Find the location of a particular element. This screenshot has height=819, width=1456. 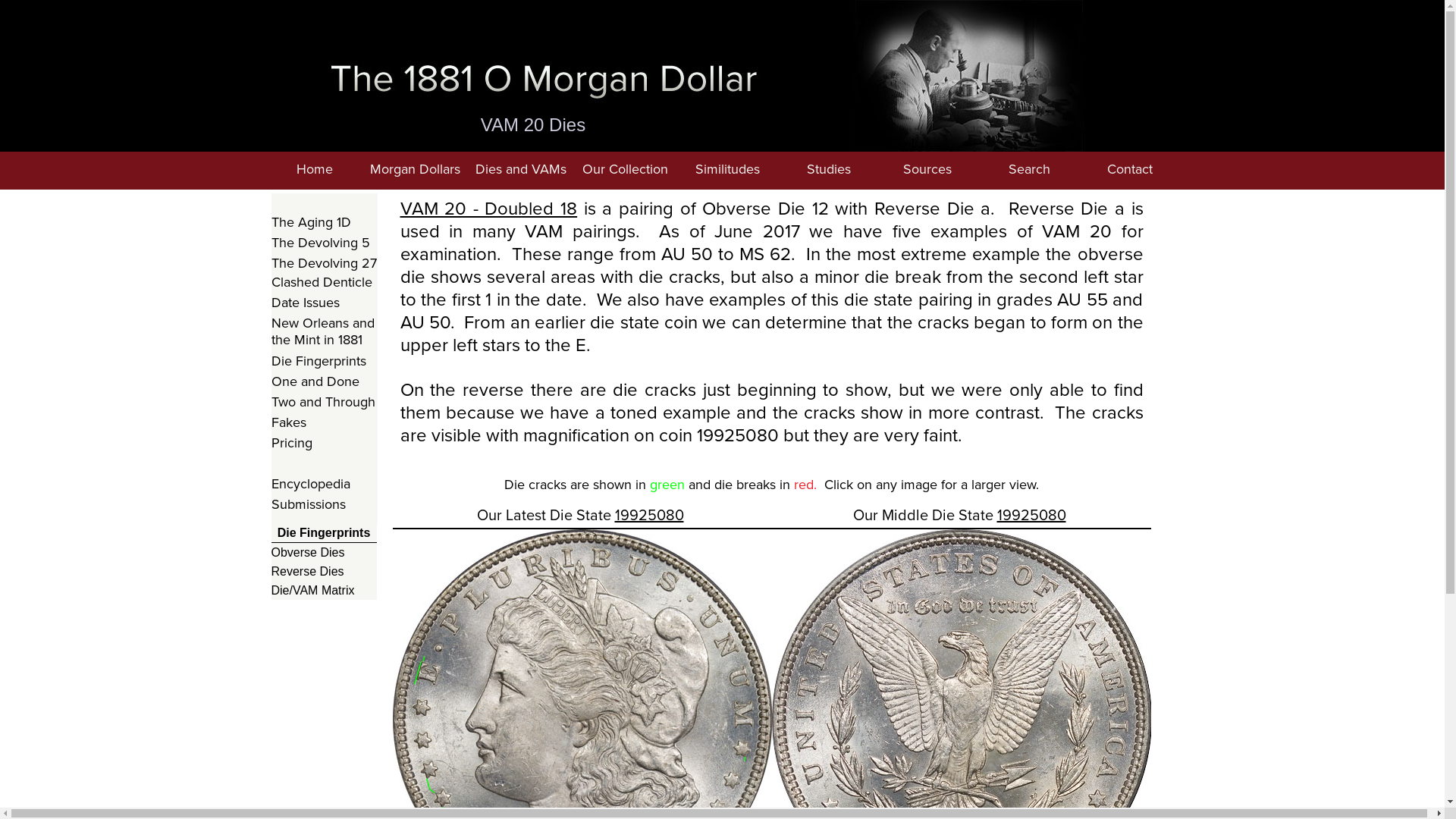

'Similitudes' is located at coordinates (726, 170).